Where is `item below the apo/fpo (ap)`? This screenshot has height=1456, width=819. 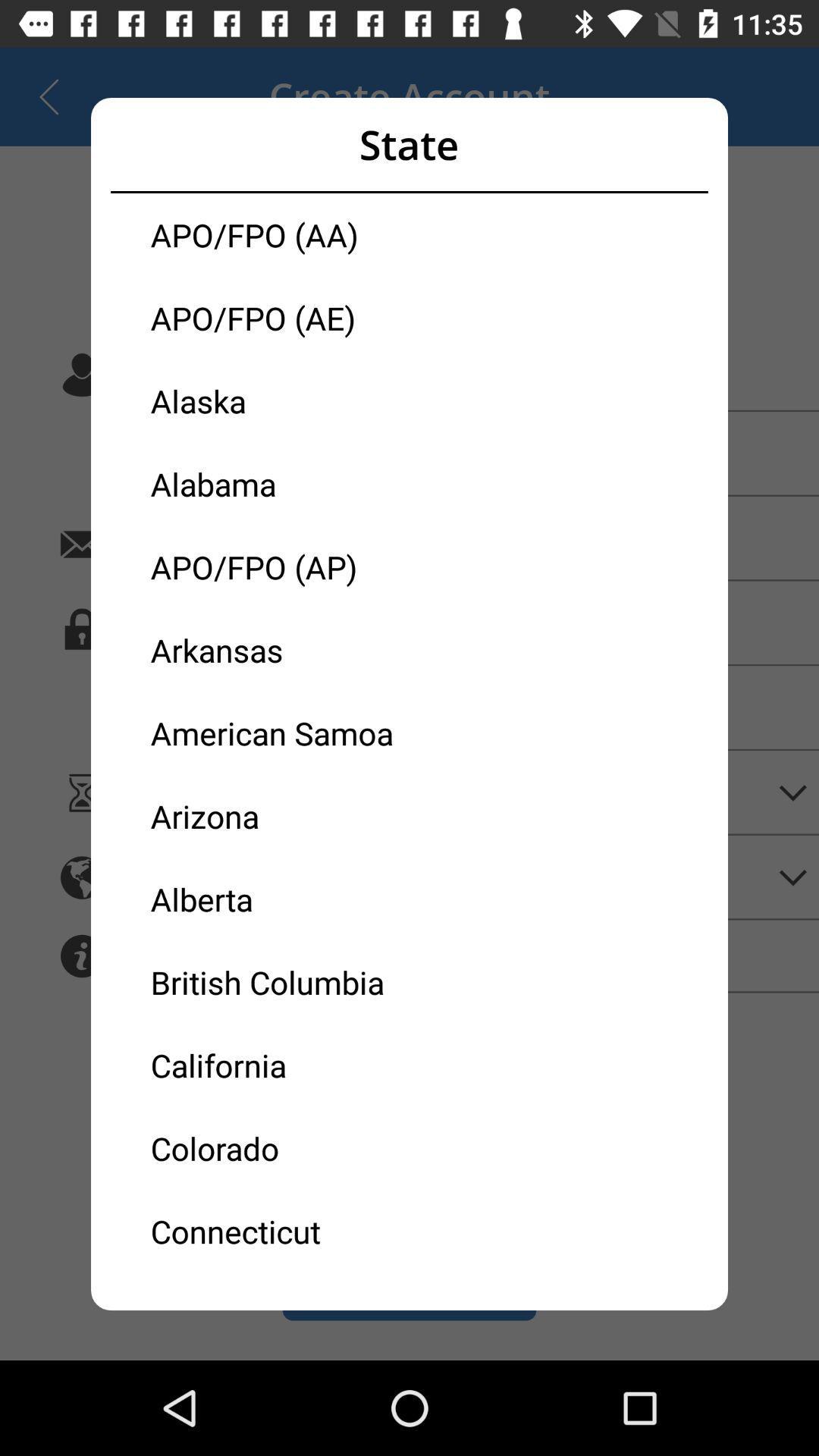
item below the apo/fpo (ap) is located at coordinates (280, 650).